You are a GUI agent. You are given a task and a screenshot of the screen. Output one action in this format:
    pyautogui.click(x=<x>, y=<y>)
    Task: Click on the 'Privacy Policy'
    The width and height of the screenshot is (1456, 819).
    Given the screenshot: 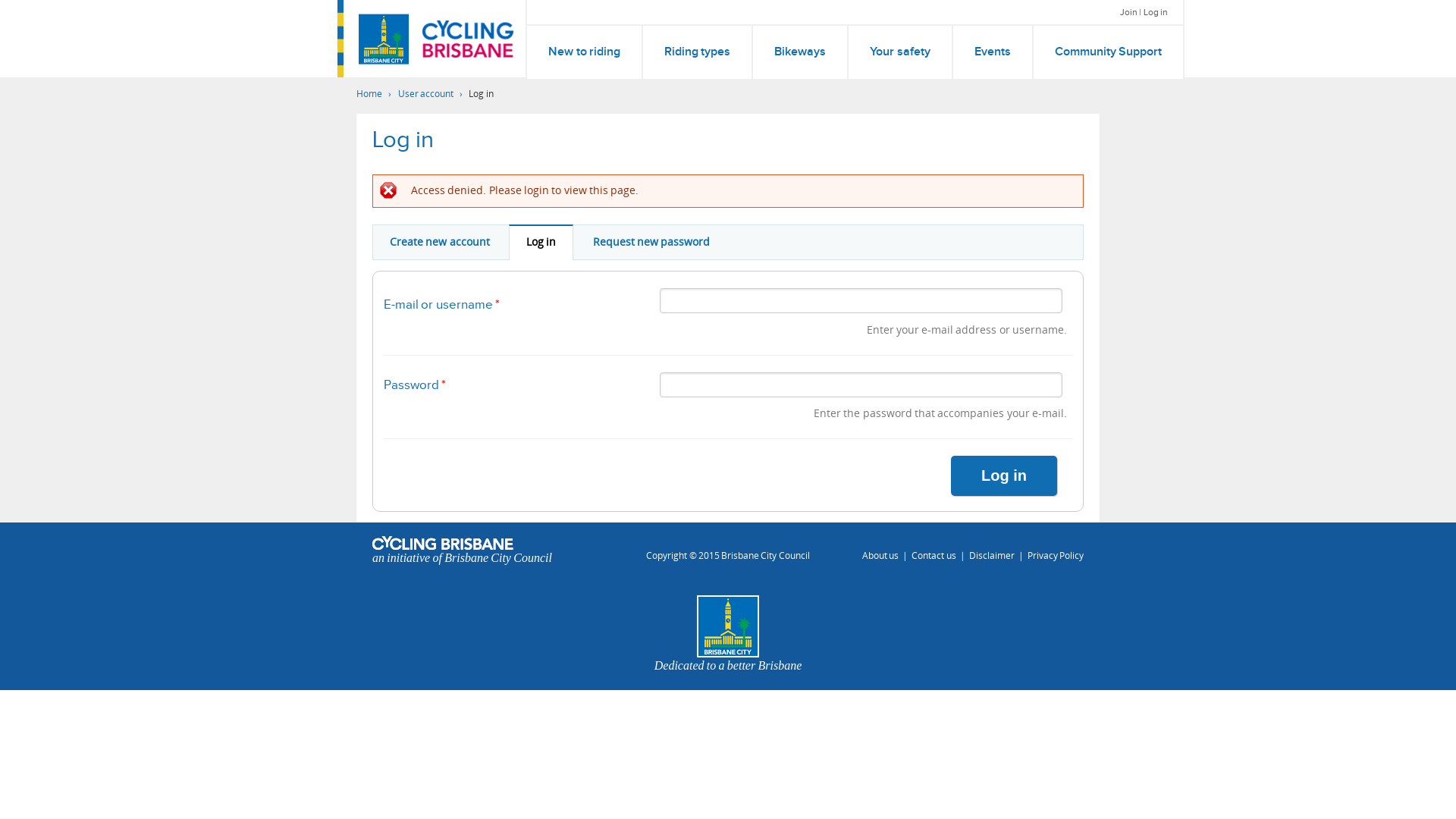 What is the action you would take?
    pyautogui.click(x=1055, y=555)
    